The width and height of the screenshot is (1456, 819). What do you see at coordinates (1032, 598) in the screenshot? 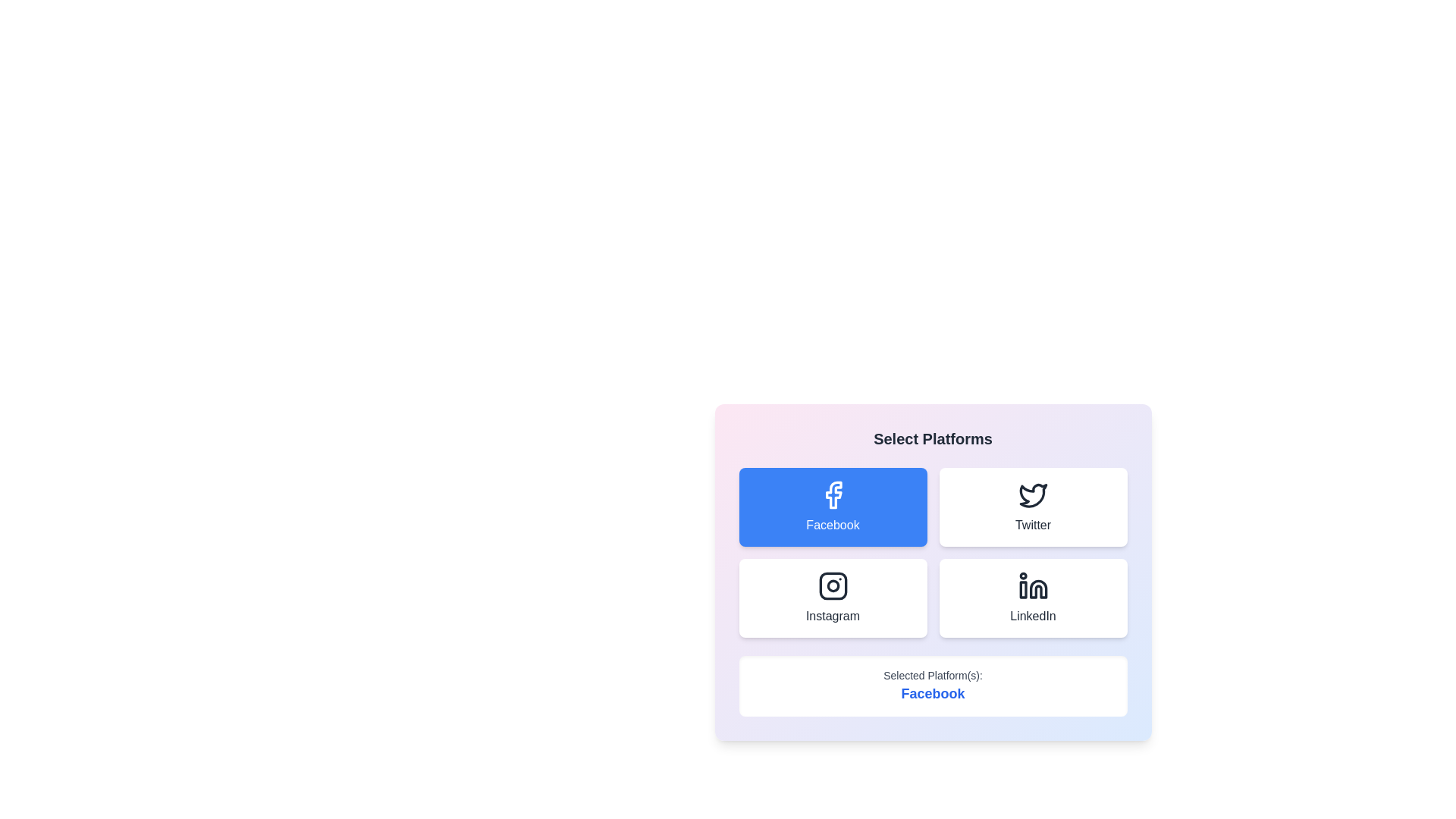
I see `the button corresponding to LinkedIn` at bounding box center [1032, 598].